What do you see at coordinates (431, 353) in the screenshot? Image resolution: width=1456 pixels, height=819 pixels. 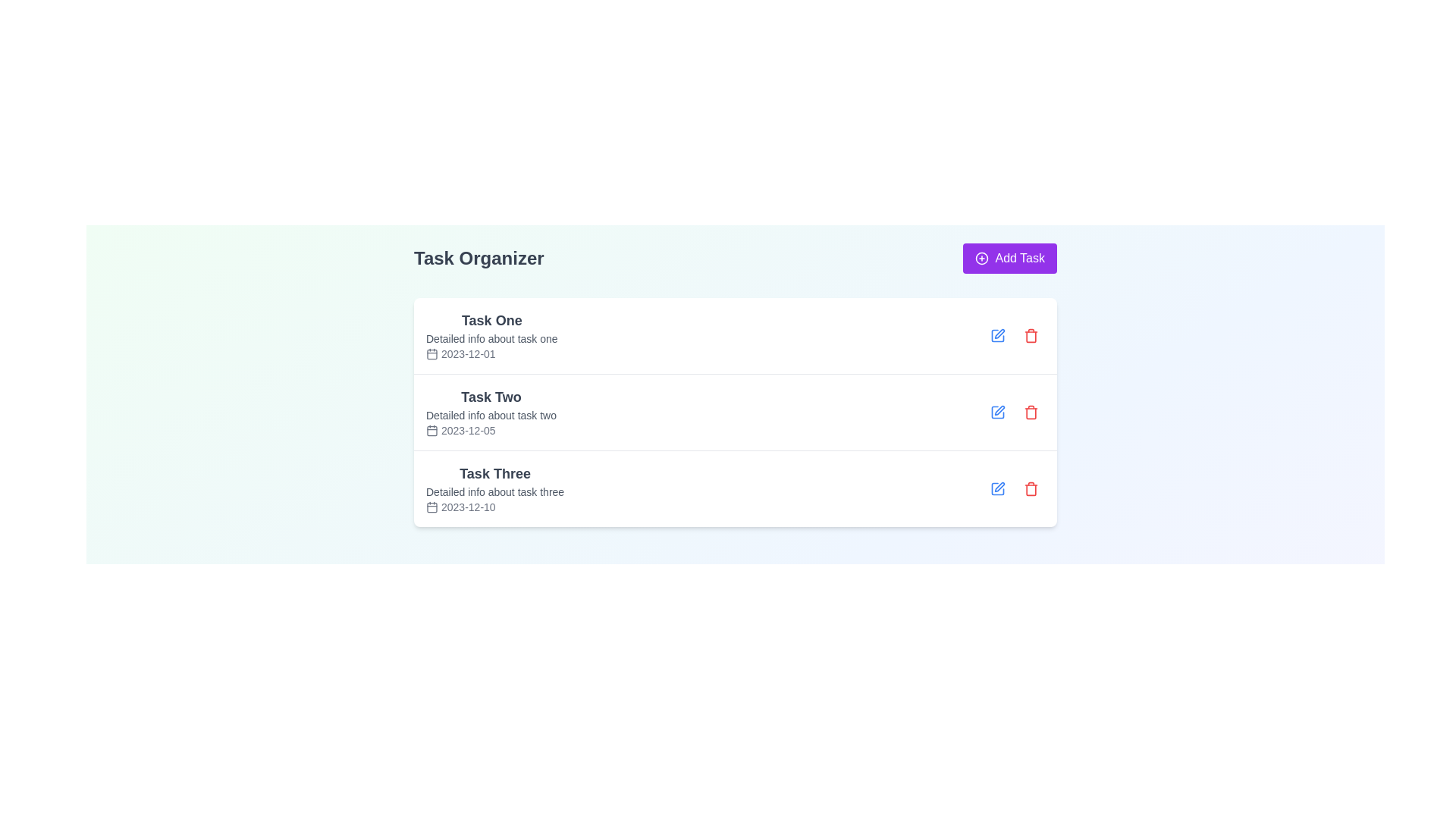 I see `the calendar icon that represents the date in the 'Task One' entry of the task list, located to the left of the '2023-12-01' text` at bounding box center [431, 353].